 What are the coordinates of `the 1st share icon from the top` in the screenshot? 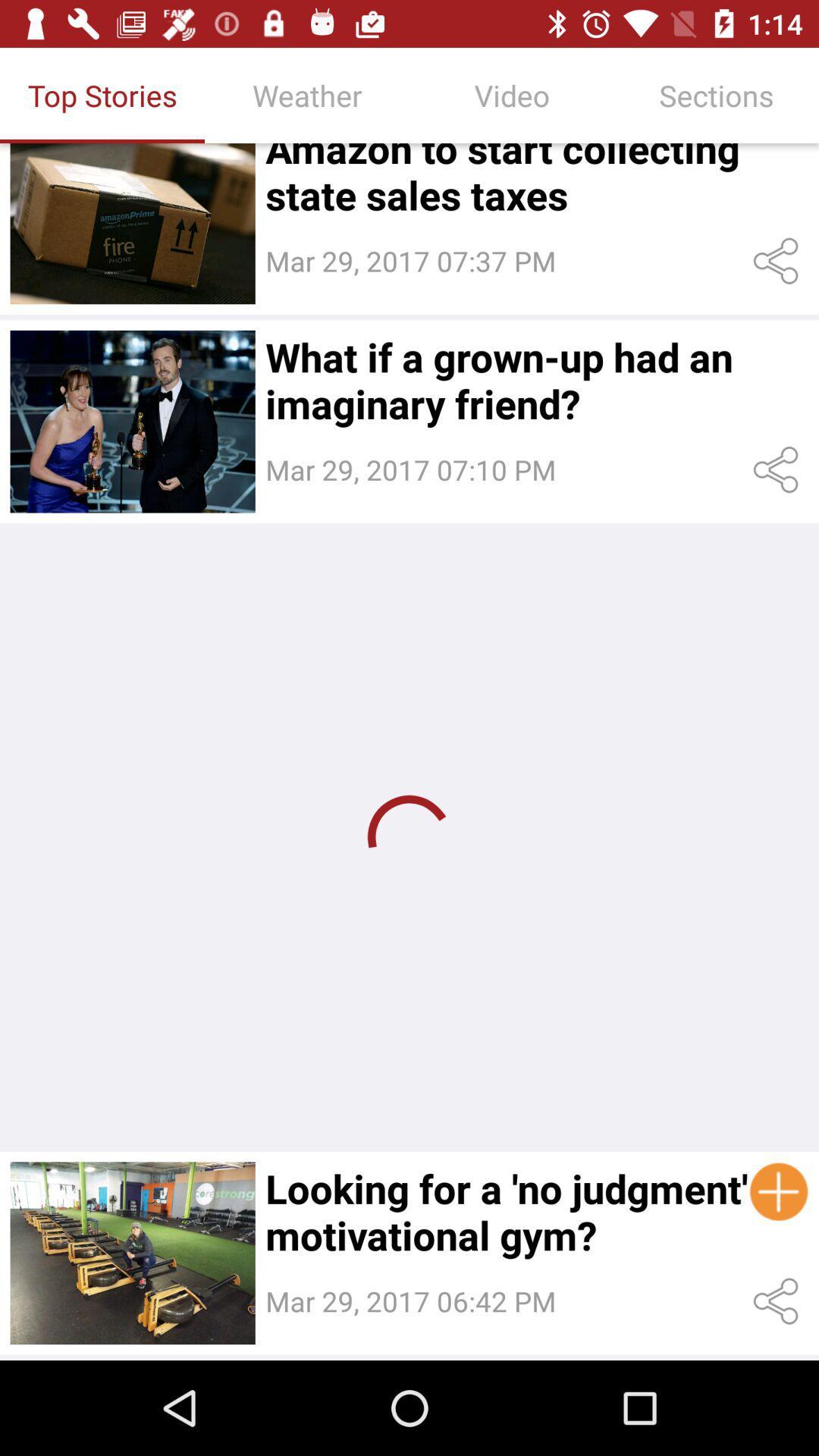 It's located at (779, 261).